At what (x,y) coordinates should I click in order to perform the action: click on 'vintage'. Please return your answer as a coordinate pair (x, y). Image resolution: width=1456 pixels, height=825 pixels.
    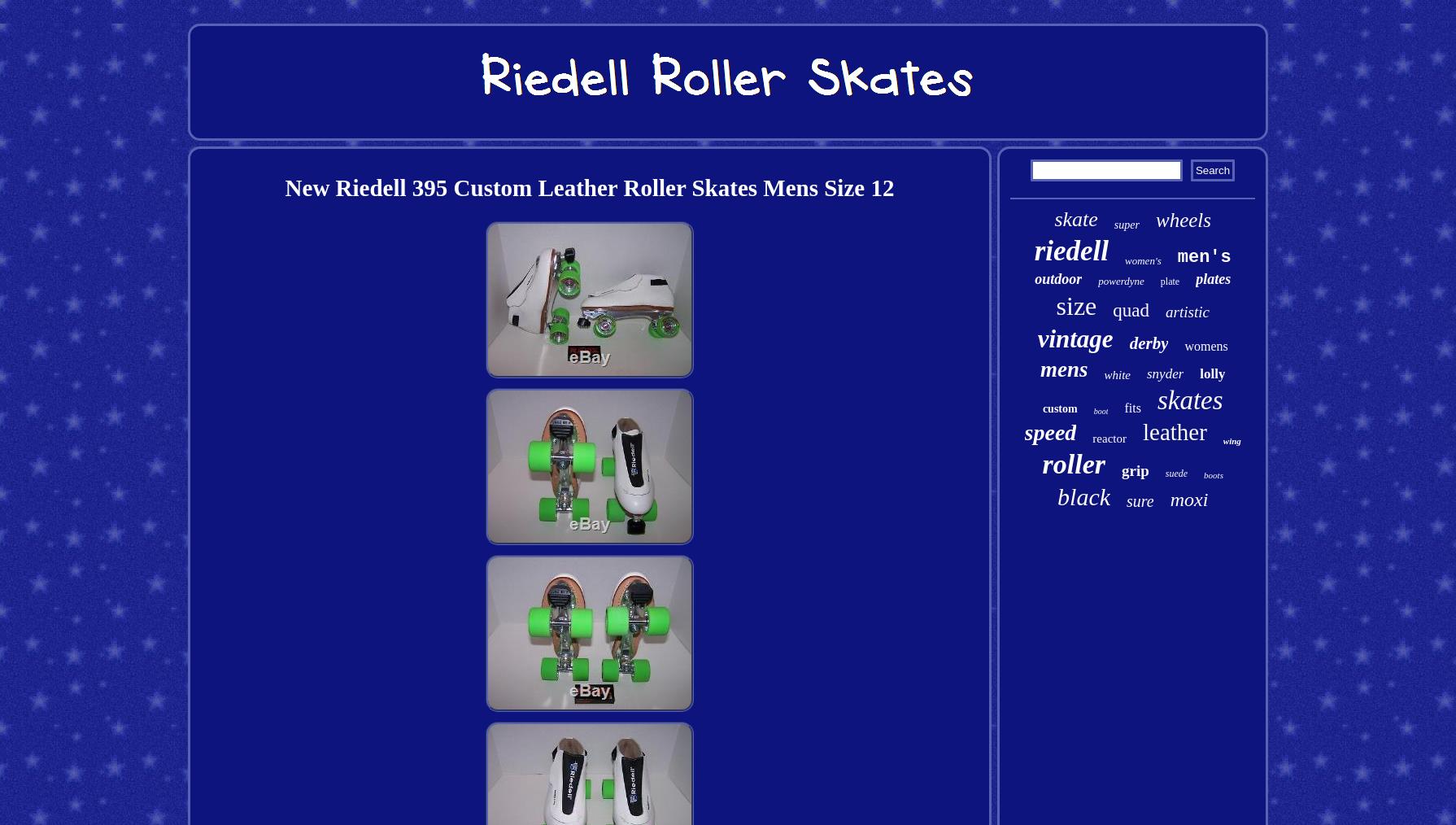
    Looking at the image, I should click on (1075, 338).